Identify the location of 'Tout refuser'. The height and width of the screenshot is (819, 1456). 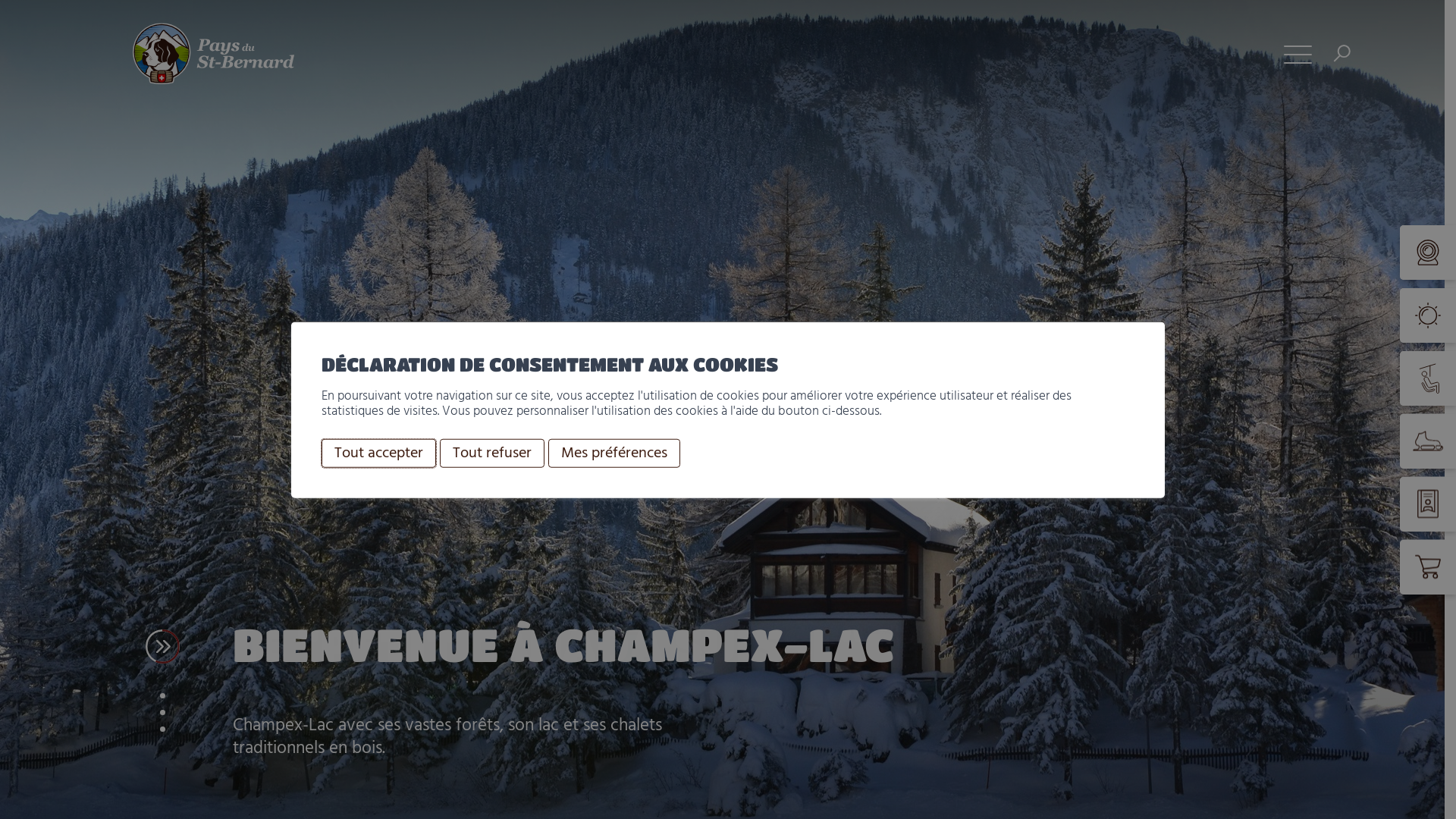
(491, 452).